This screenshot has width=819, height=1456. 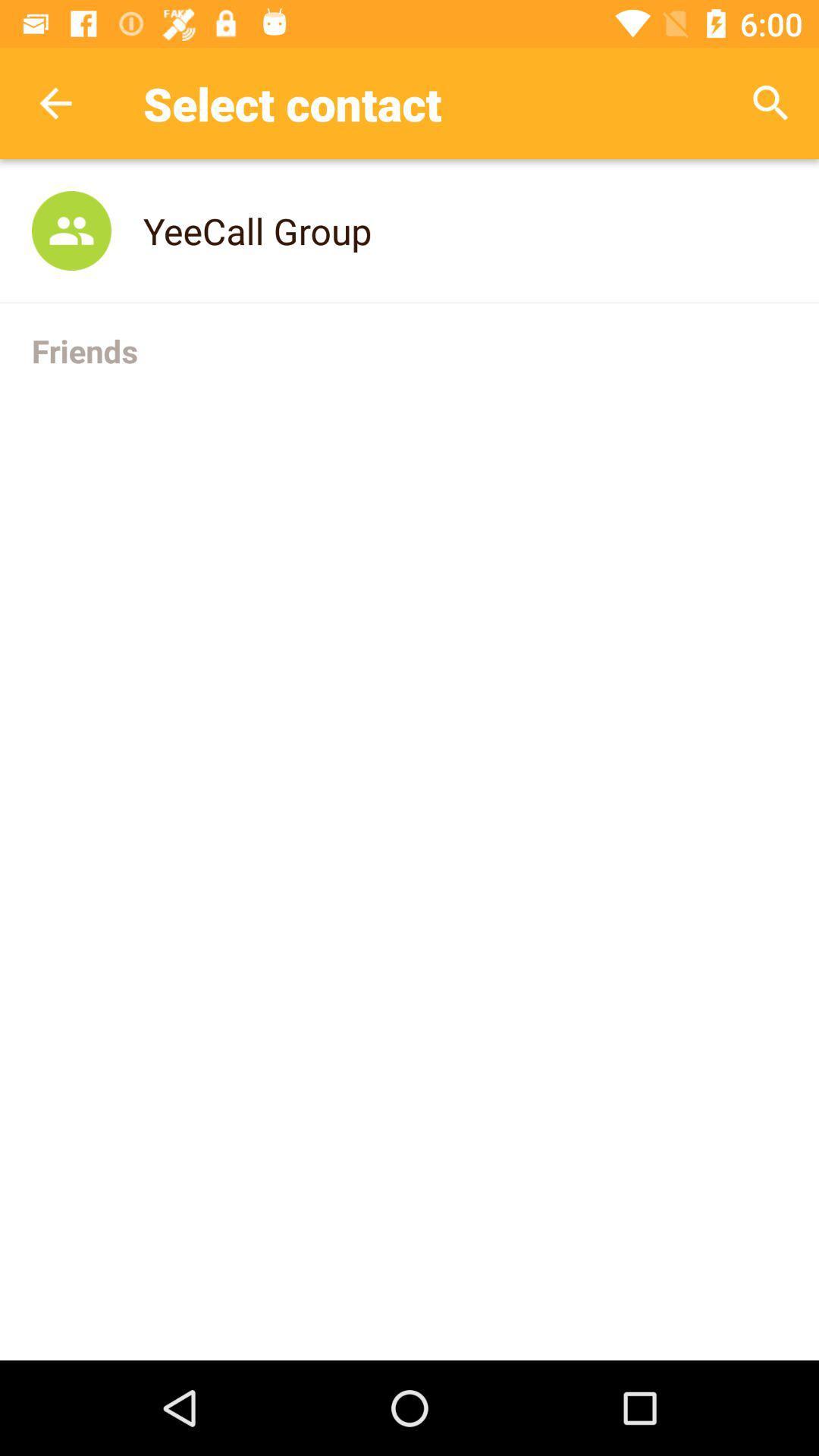 I want to click on app to the left of the select contact app, so click(x=55, y=102).